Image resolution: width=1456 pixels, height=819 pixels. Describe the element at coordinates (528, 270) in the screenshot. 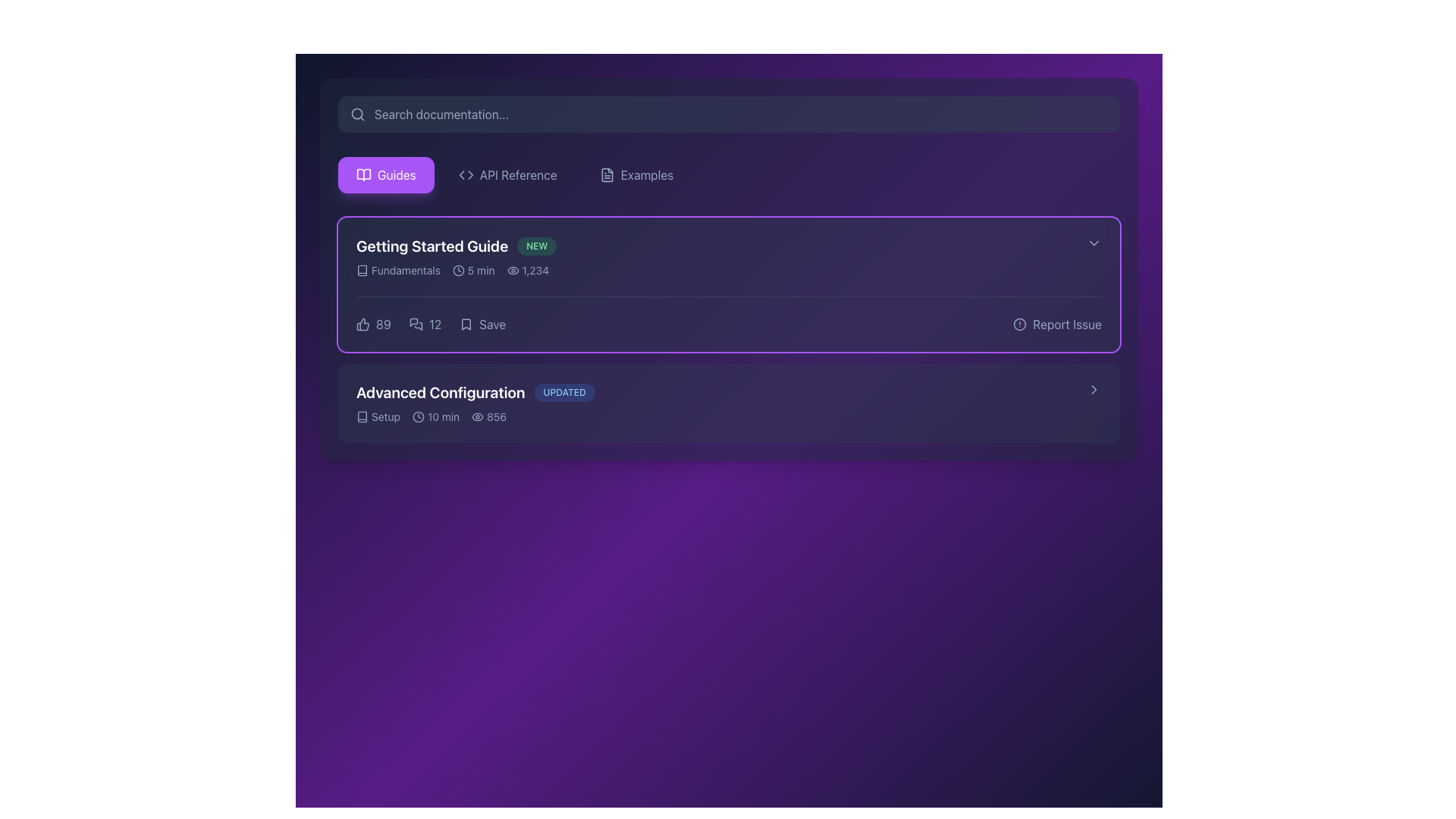

I see `the text element displaying '1,234' next to an eye icon, which indicates the view count, styled with a white font on a purple background` at that location.